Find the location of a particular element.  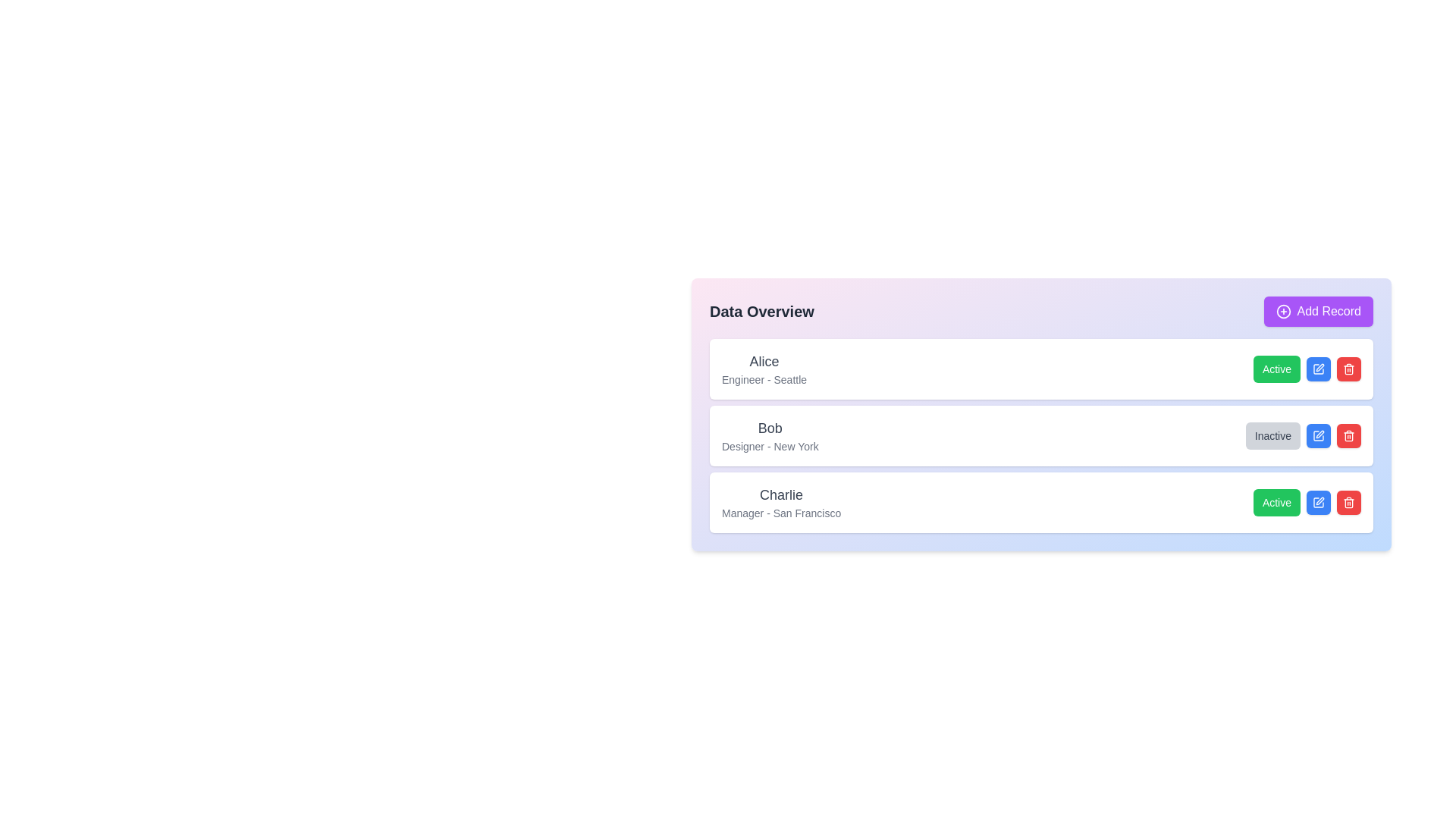

the 'Add Record' button, which is a purple button with white text located in the top-right corner of the interactive panel is located at coordinates (1282, 311).